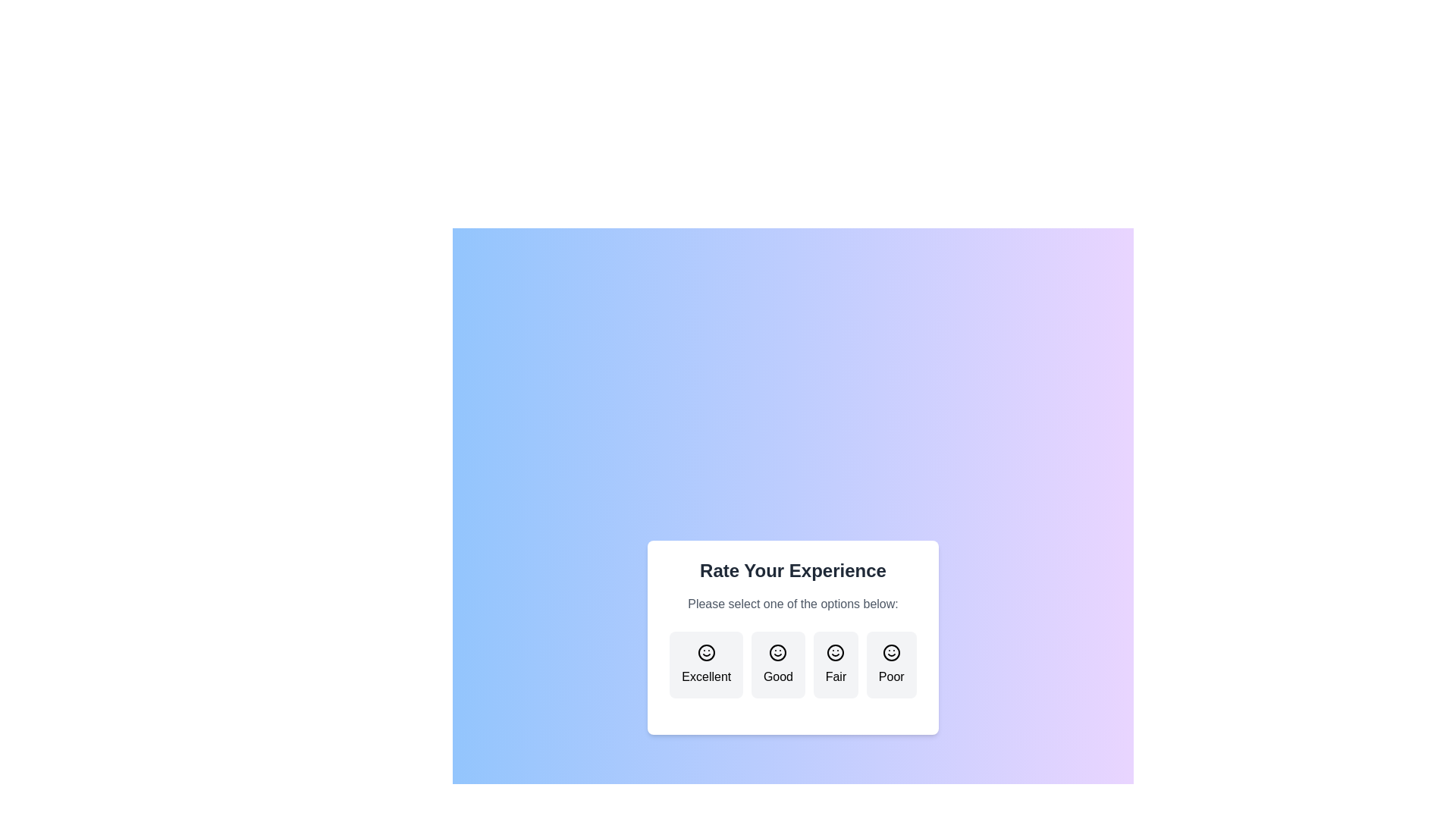 The width and height of the screenshot is (1456, 819). What do you see at coordinates (778, 651) in the screenshot?
I see `the circular SVG shape that defines the face in the smiley icon representing the 'Good' rating choice, which is the second icon from the left in a group of four options` at bounding box center [778, 651].